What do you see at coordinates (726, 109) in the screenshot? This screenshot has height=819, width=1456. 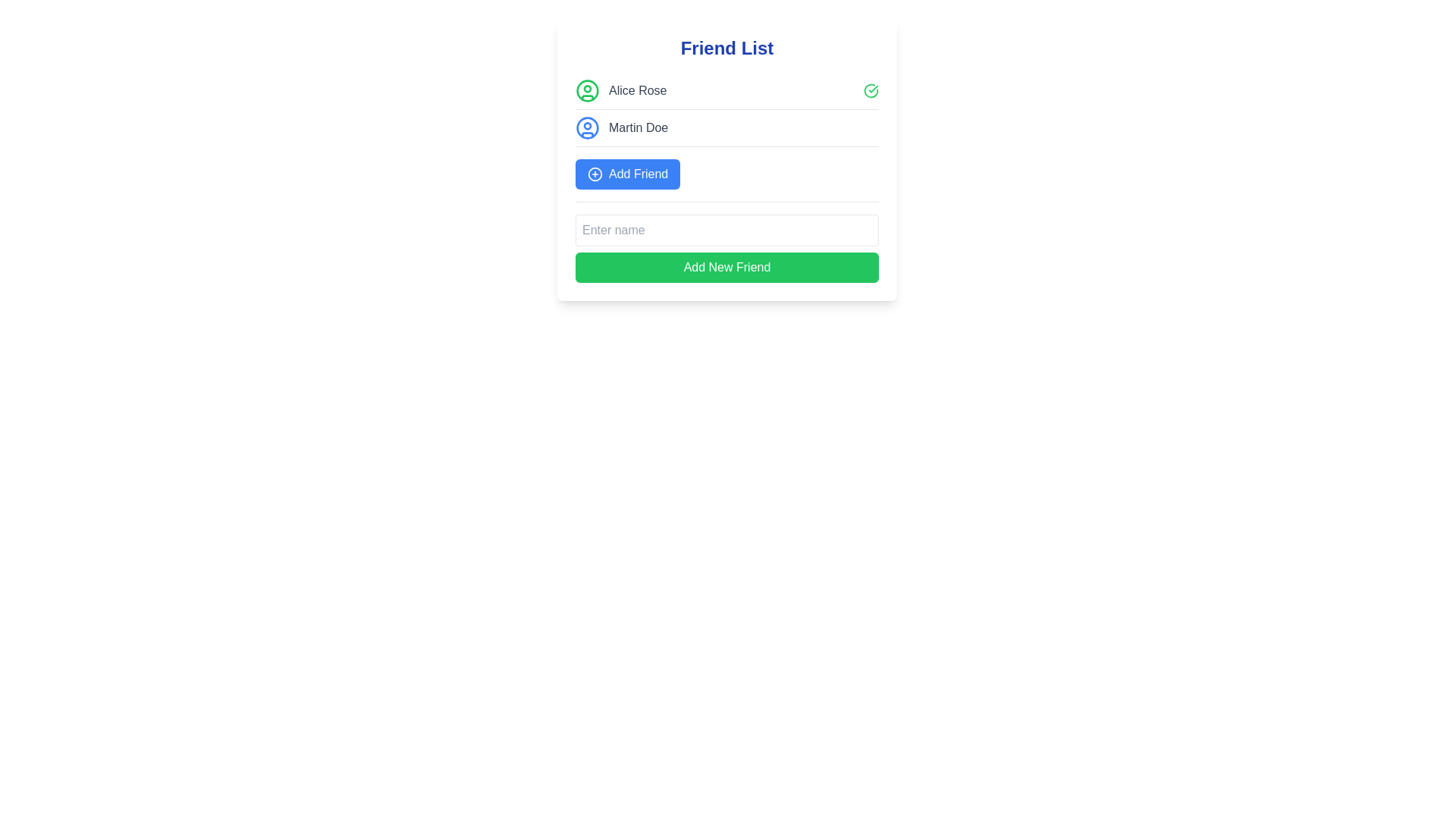 I see `the checkmark next to 'Alice Rose' in the friends list` at bounding box center [726, 109].